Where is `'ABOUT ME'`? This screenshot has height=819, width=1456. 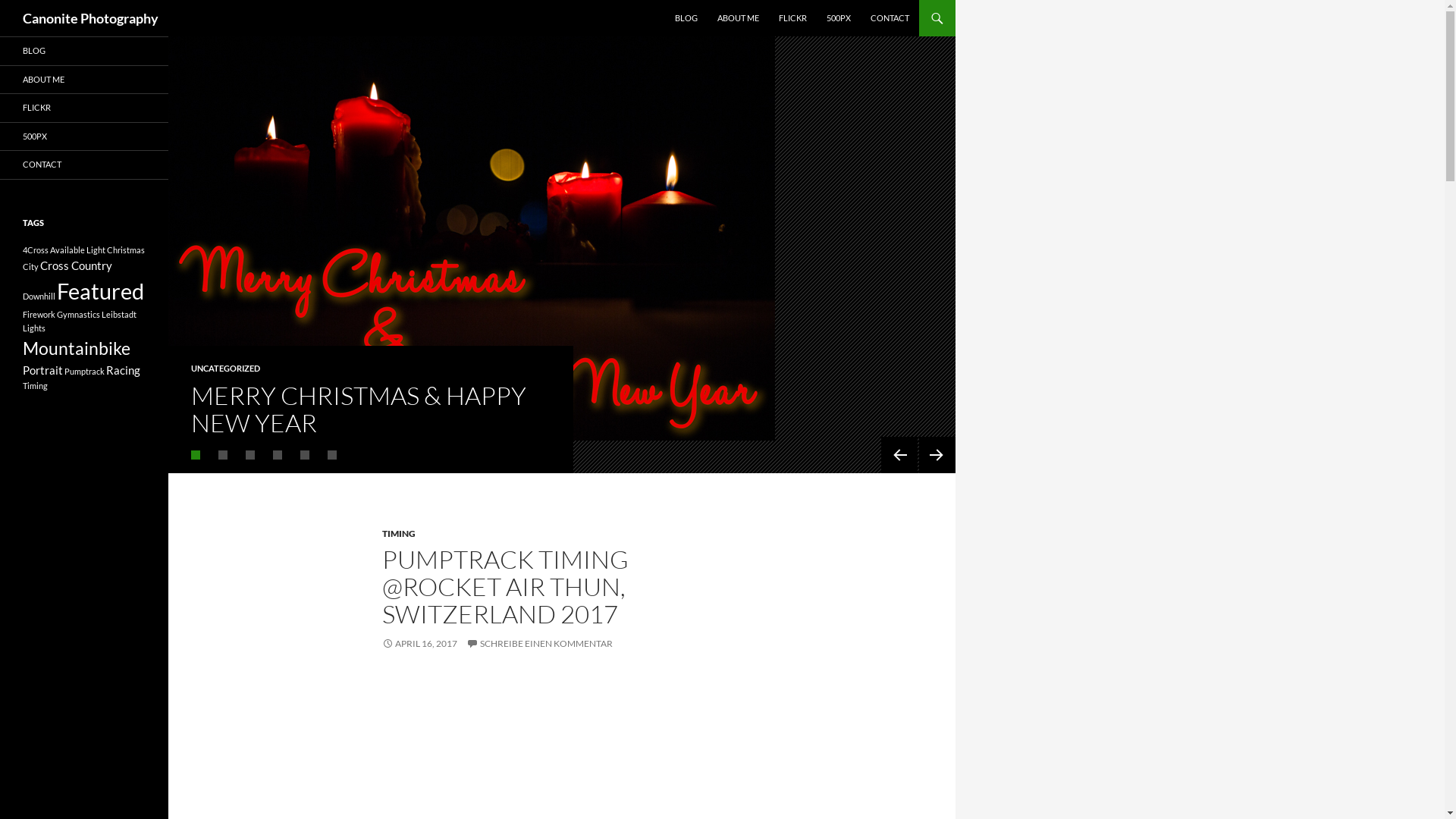 'ABOUT ME' is located at coordinates (708, 17).